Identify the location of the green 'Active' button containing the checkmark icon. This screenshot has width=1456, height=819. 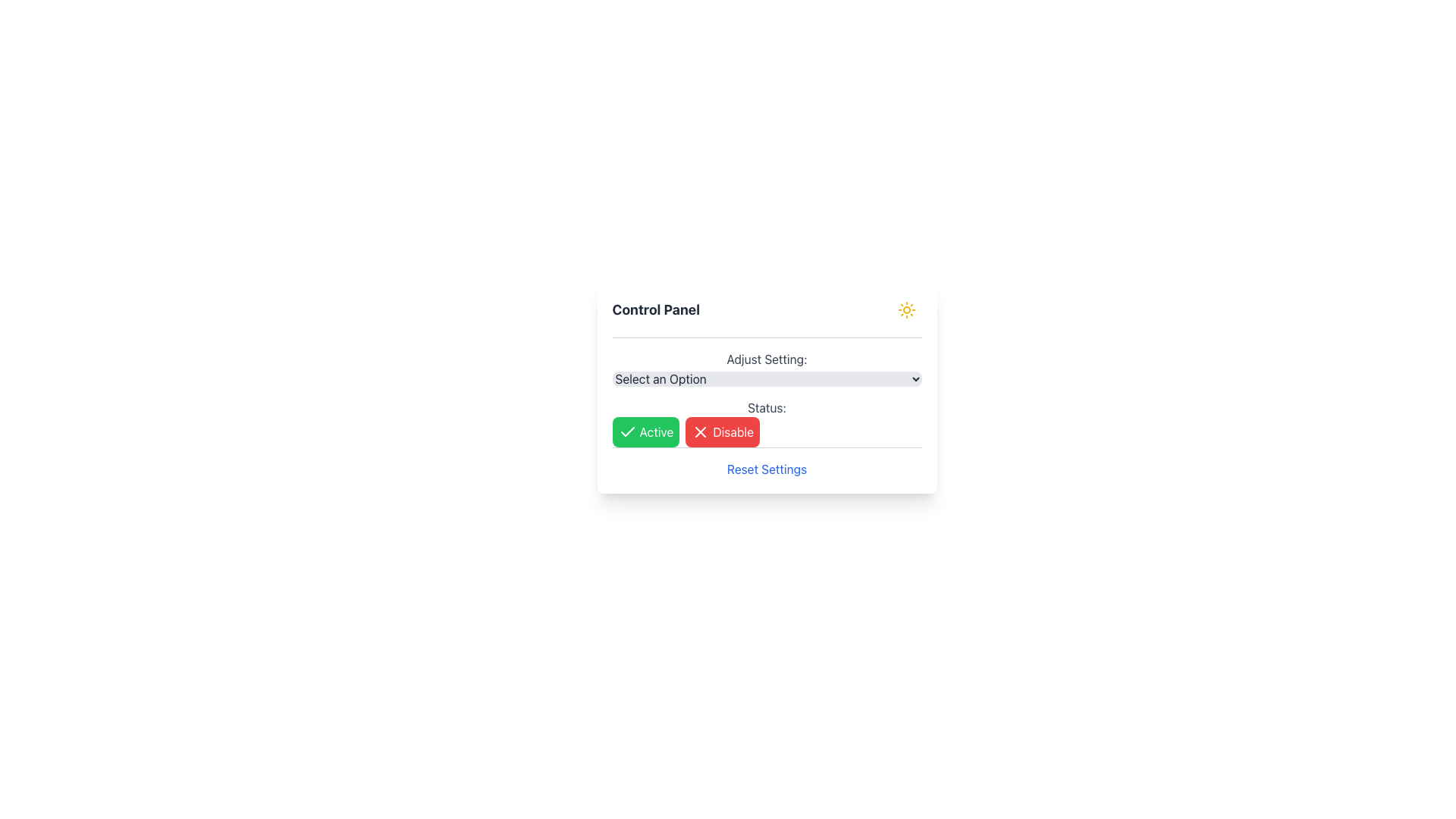
(627, 431).